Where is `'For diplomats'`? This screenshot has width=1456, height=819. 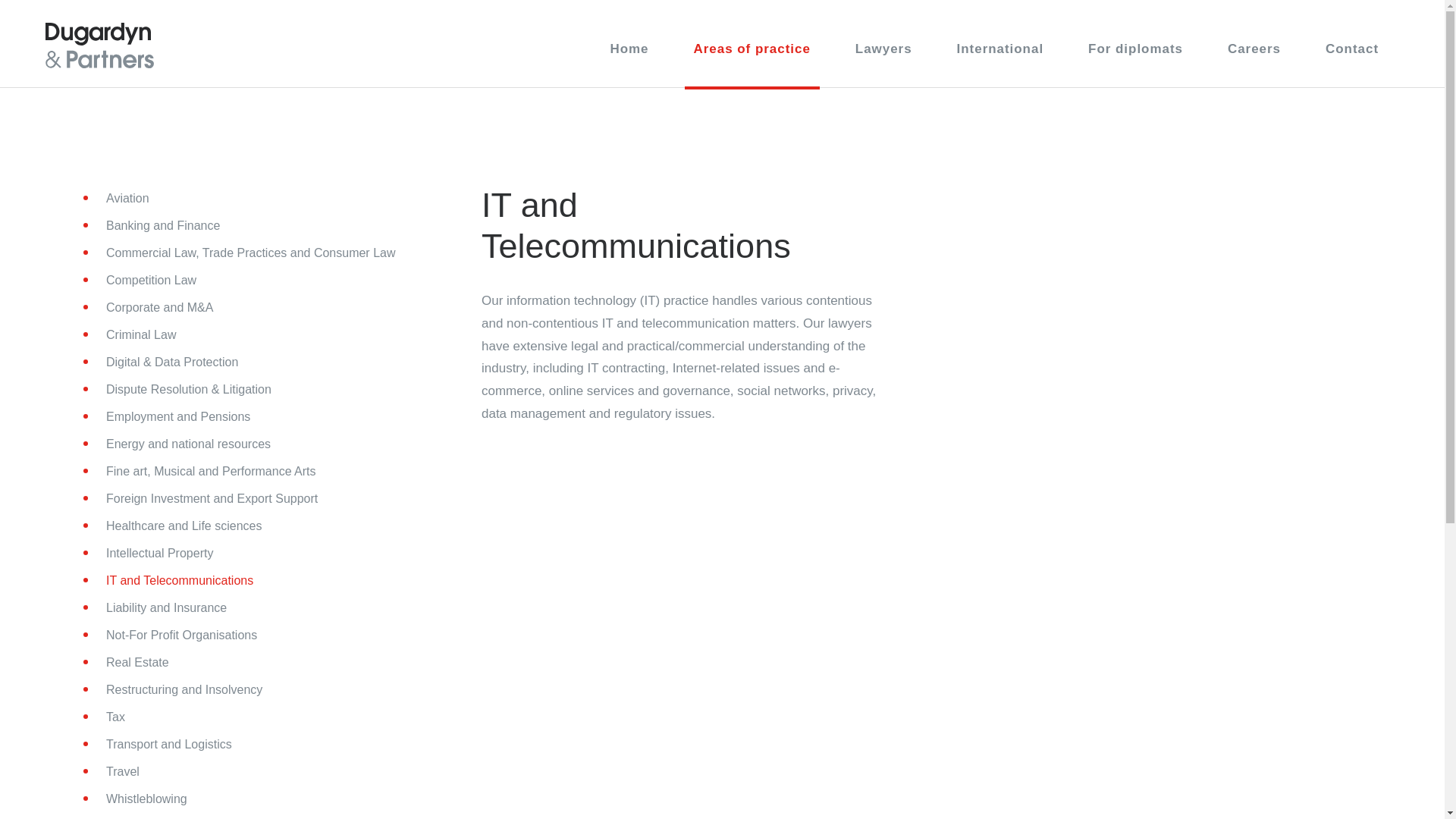
'For diplomats' is located at coordinates (1135, 54).